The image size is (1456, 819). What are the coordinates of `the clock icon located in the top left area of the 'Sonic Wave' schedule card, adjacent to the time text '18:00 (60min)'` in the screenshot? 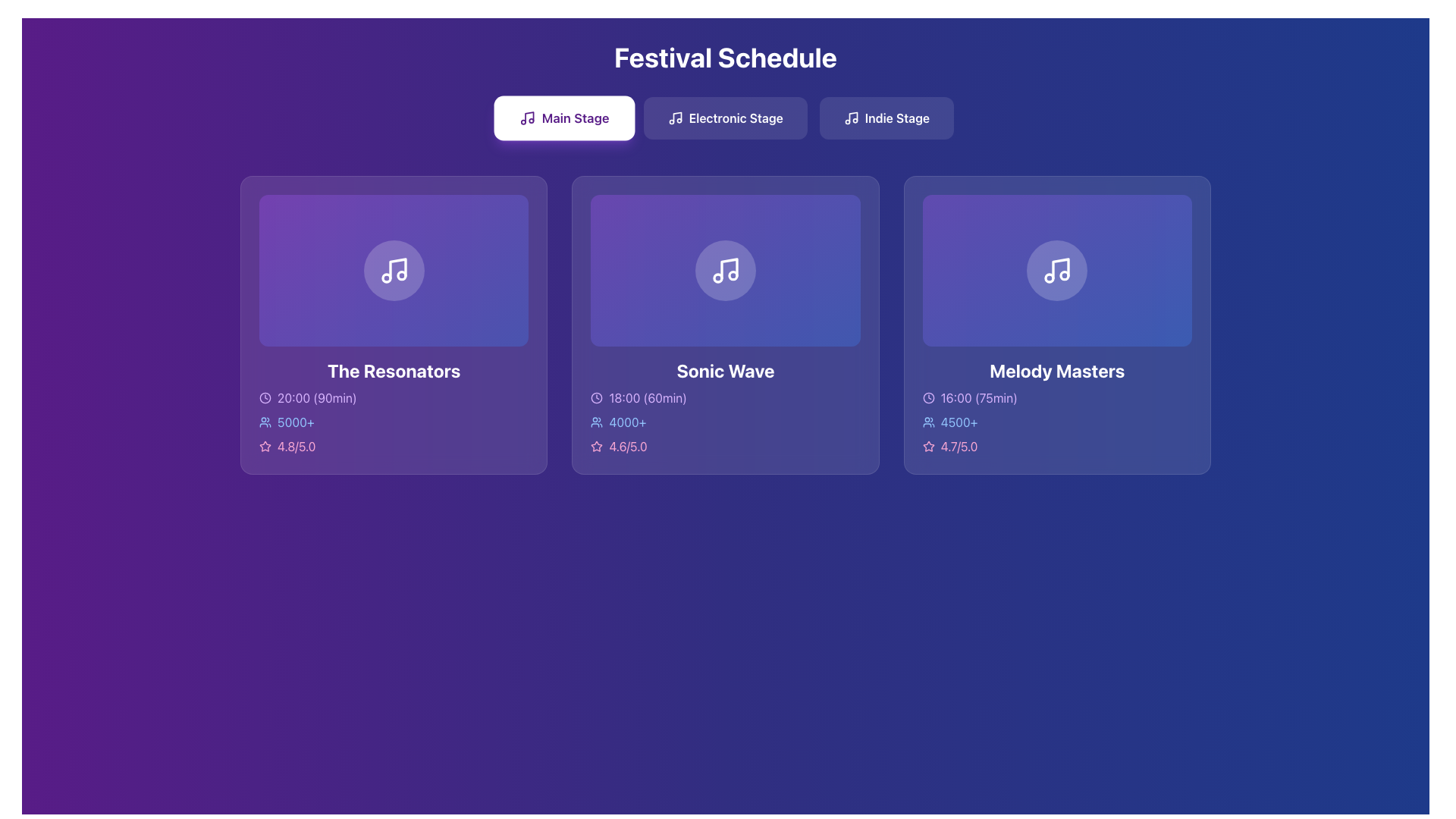 It's located at (596, 397).